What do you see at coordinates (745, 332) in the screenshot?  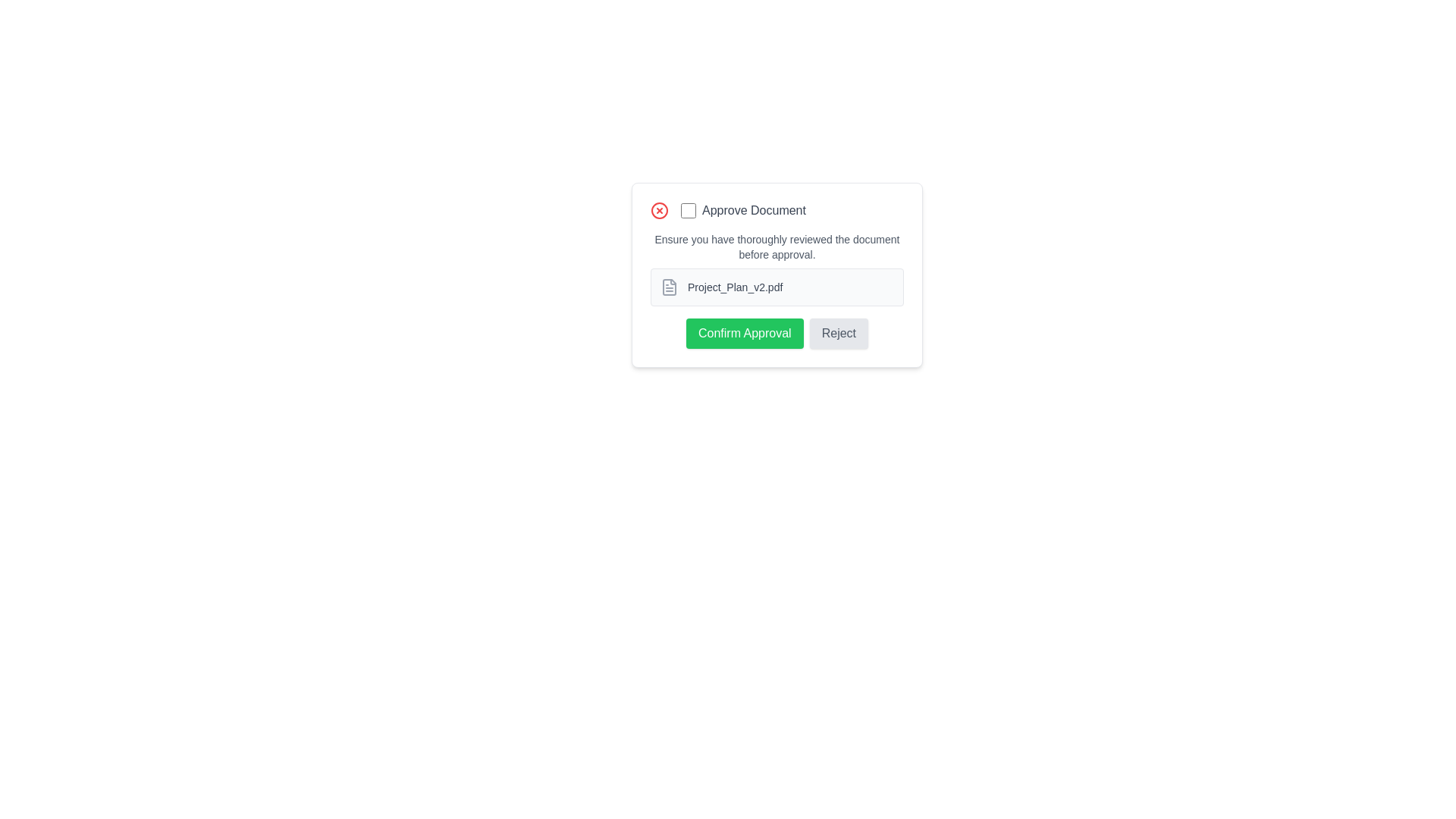 I see `the green 'Confirm Approval' button` at bounding box center [745, 332].